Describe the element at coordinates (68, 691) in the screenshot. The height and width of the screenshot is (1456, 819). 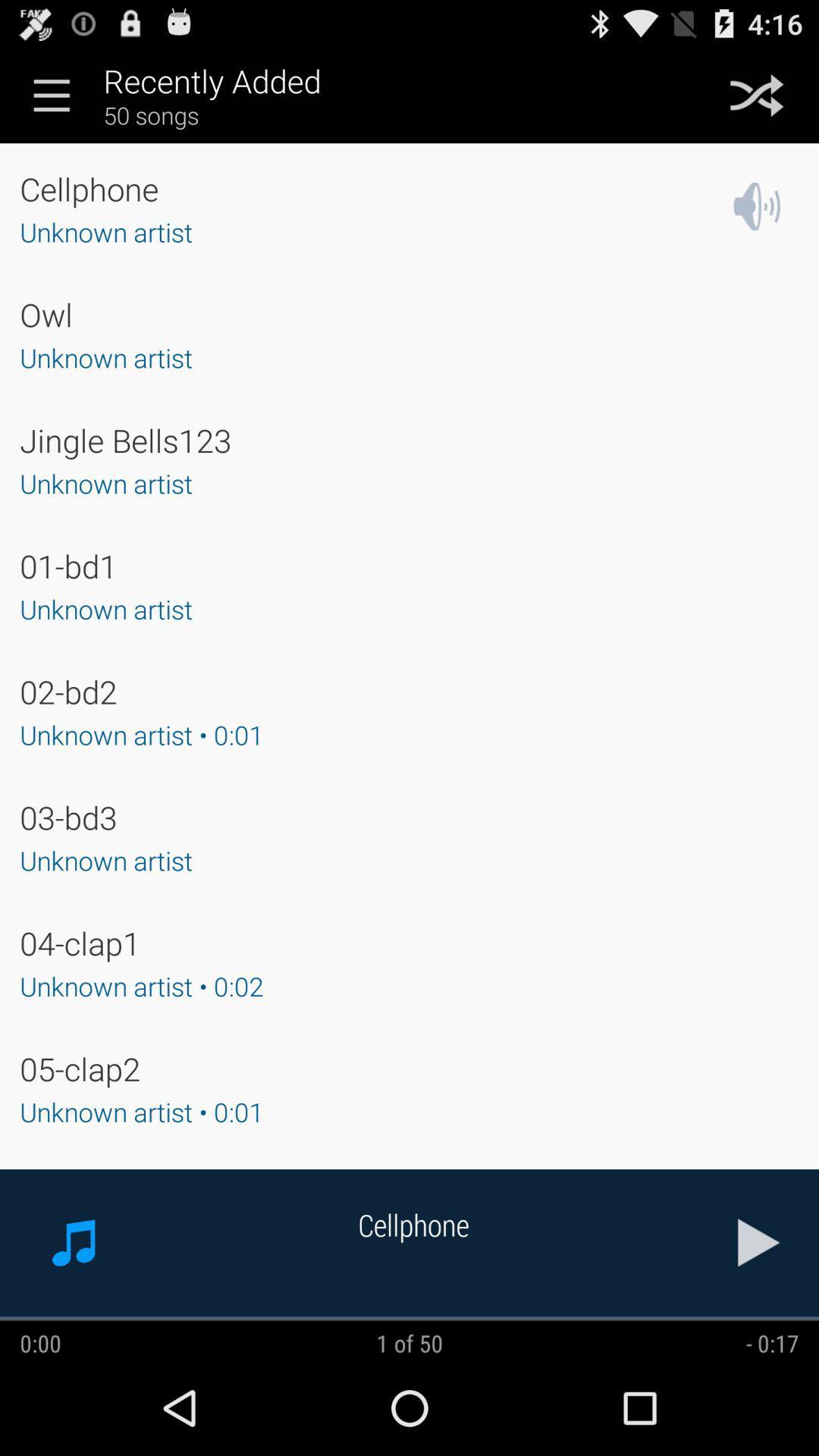
I see `02-bd2 app` at that location.